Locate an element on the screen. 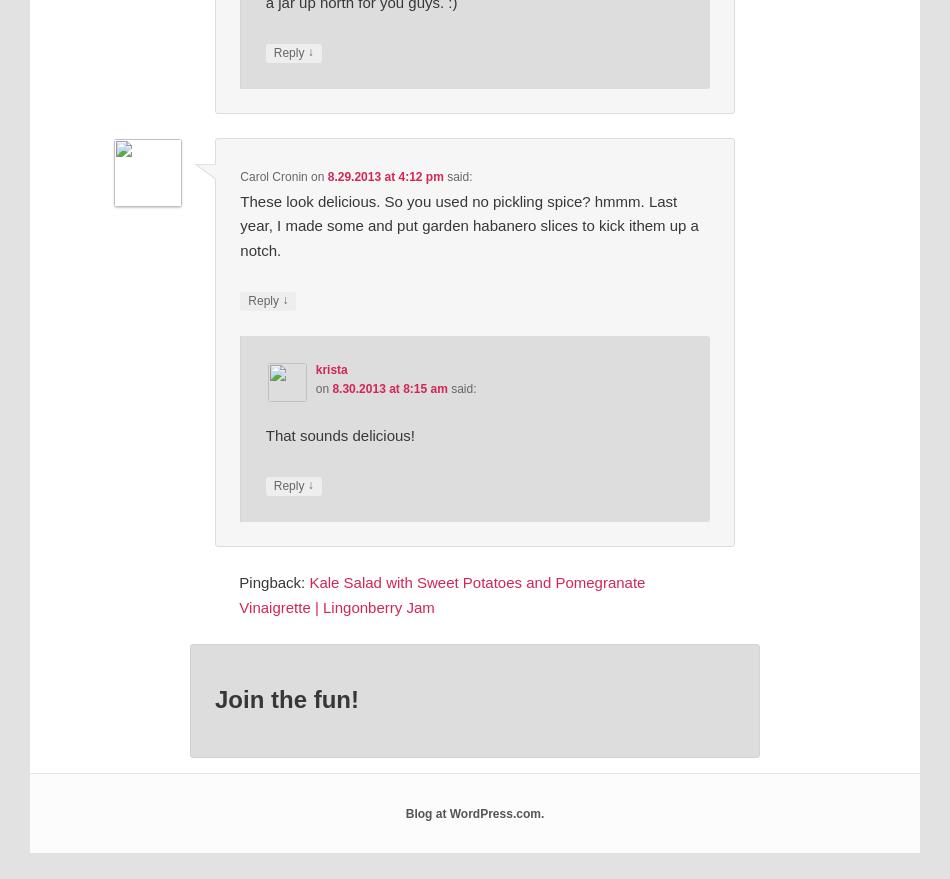 The height and width of the screenshot is (879, 950). 'Blog at WordPress.com.' is located at coordinates (473, 811).